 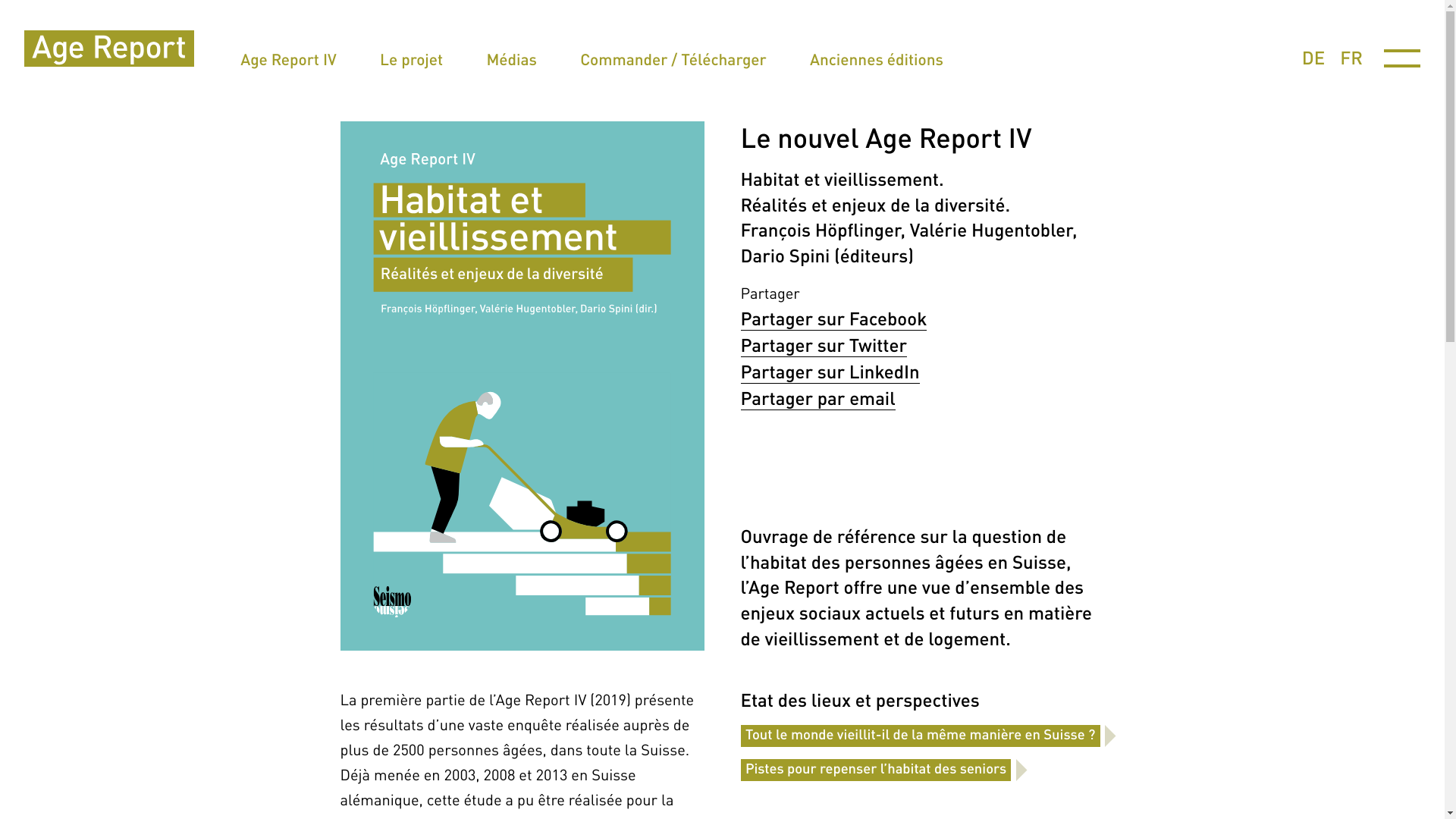 I want to click on 'FR', so click(x=1351, y=56).